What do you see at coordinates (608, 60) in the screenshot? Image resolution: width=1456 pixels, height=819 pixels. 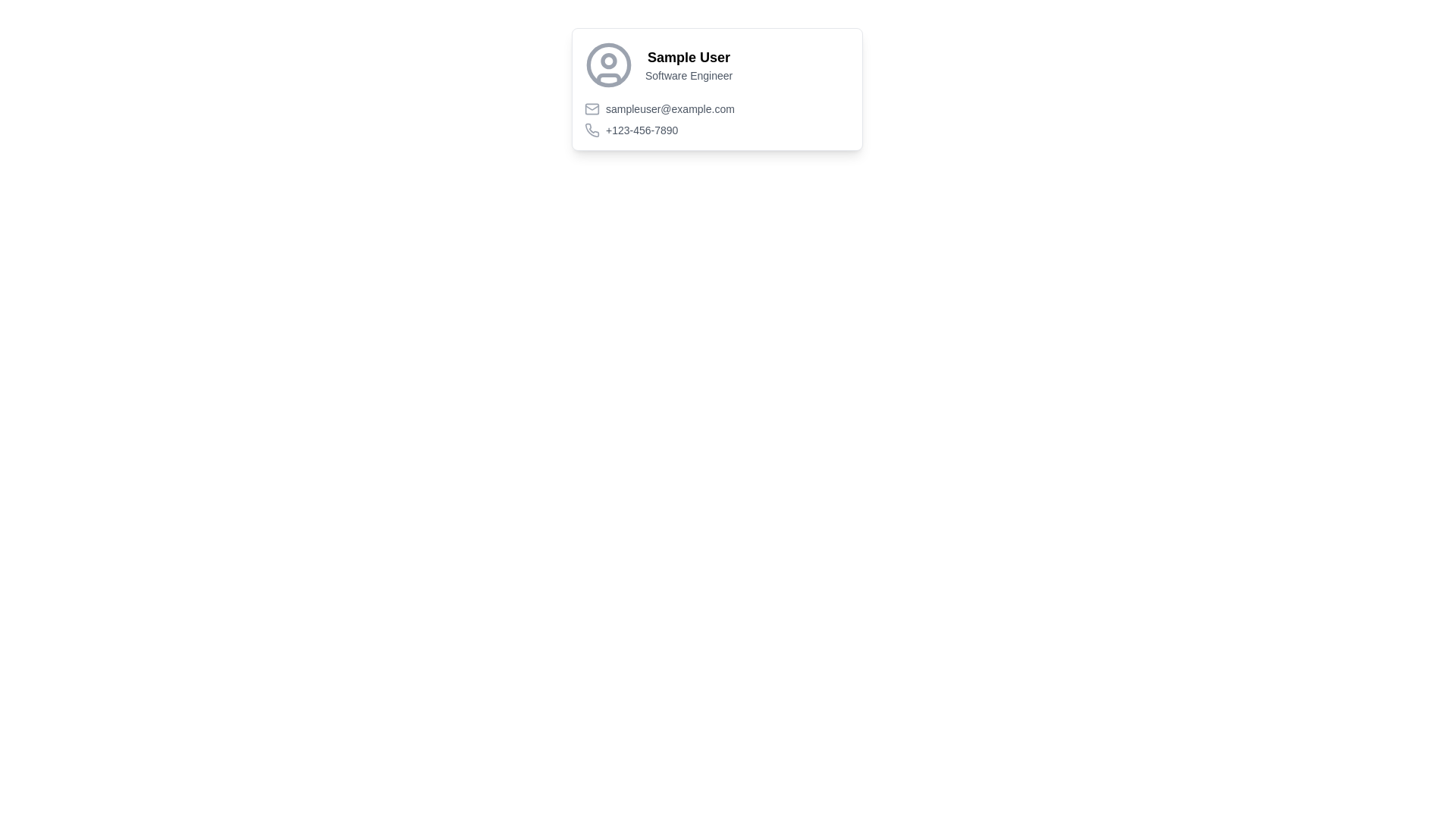 I see `the small circular SVG Circle located at the center top area of the user profile image avatar, which symbolizes the user's face` at bounding box center [608, 60].